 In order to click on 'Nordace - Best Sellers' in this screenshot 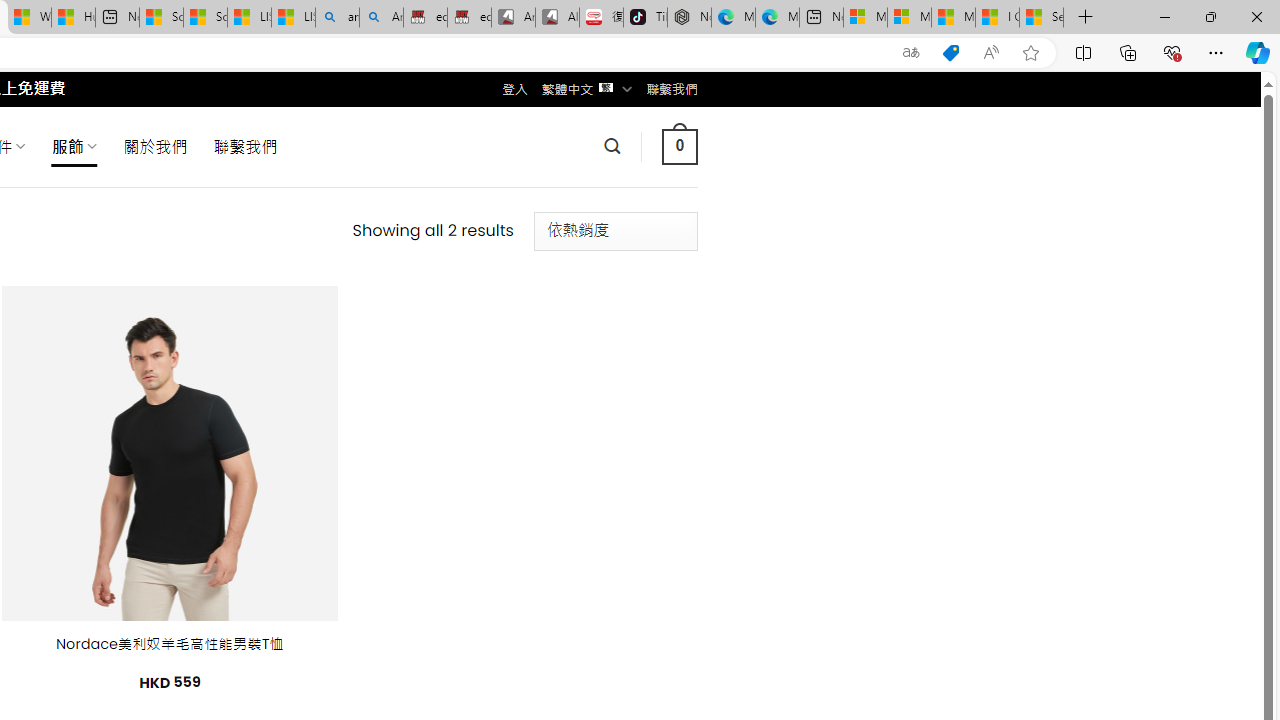, I will do `click(689, 17)`.